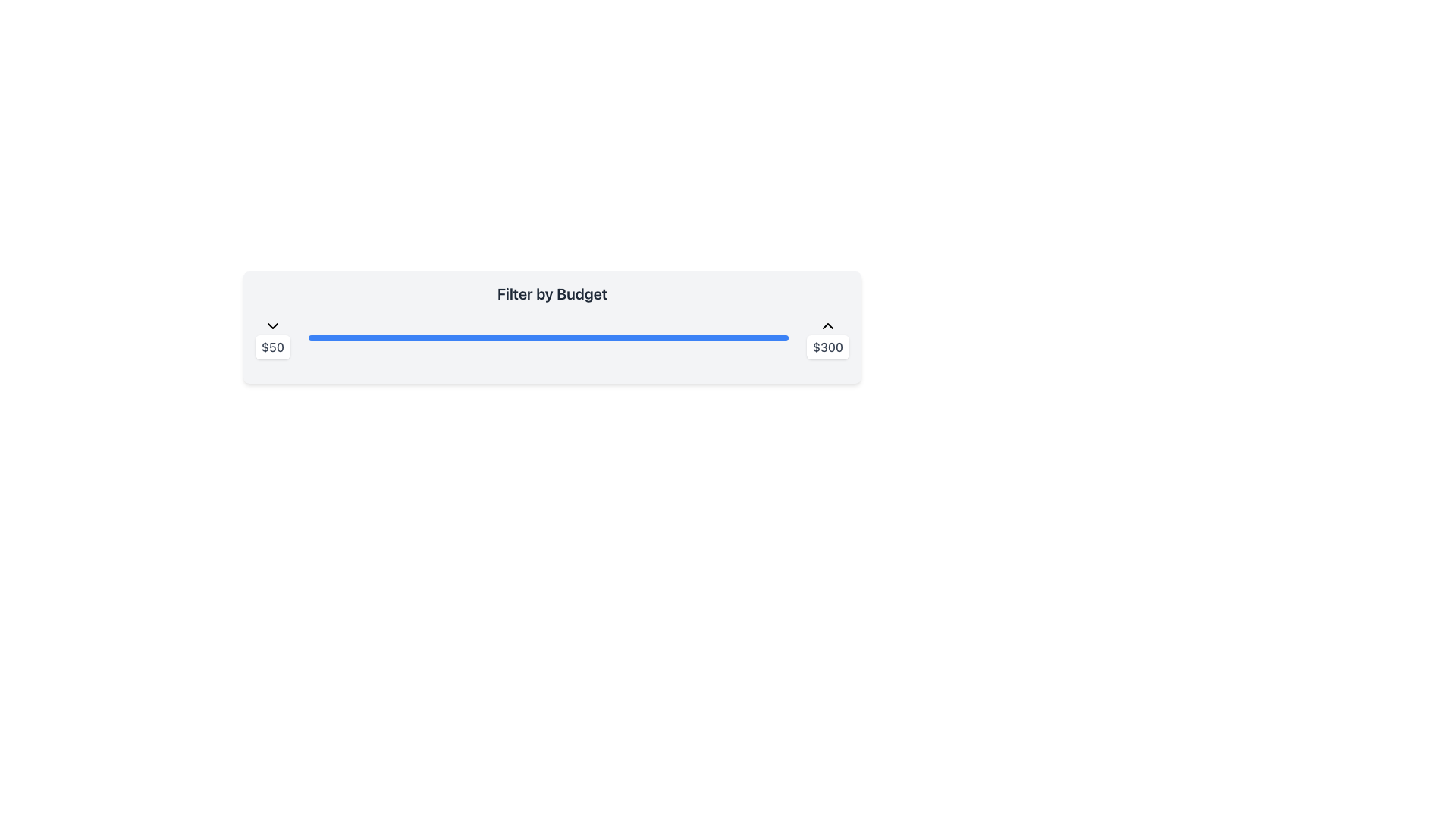  Describe the element at coordinates (273, 325) in the screenshot. I see `the downward-pointing chevron button located above the '$50' text label in the 'Filter by Budget' section` at that location.